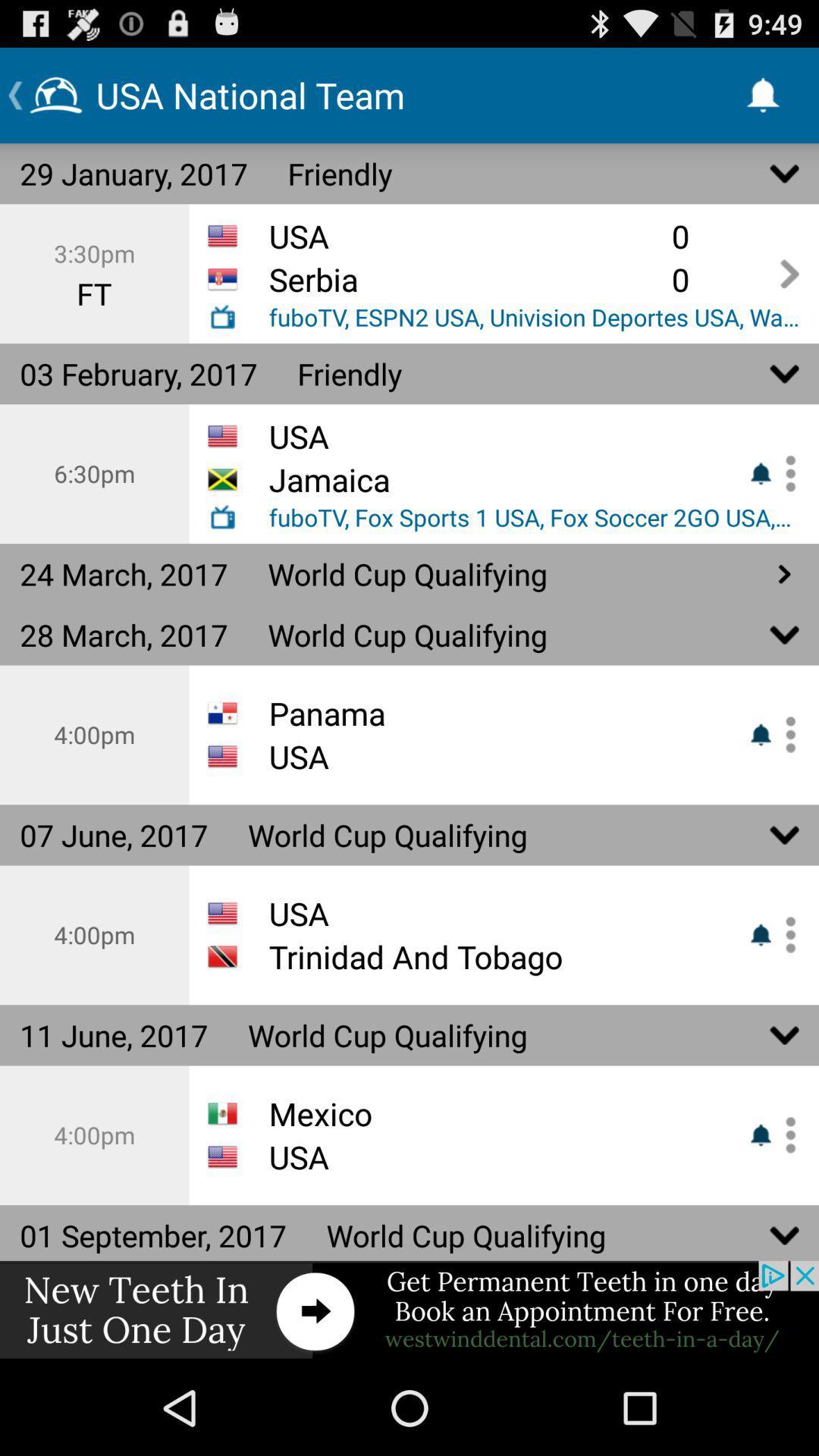  What do you see at coordinates (409, 1310) in the screenshot?
I see `make advertisement` at bounding box center [409, 1310].